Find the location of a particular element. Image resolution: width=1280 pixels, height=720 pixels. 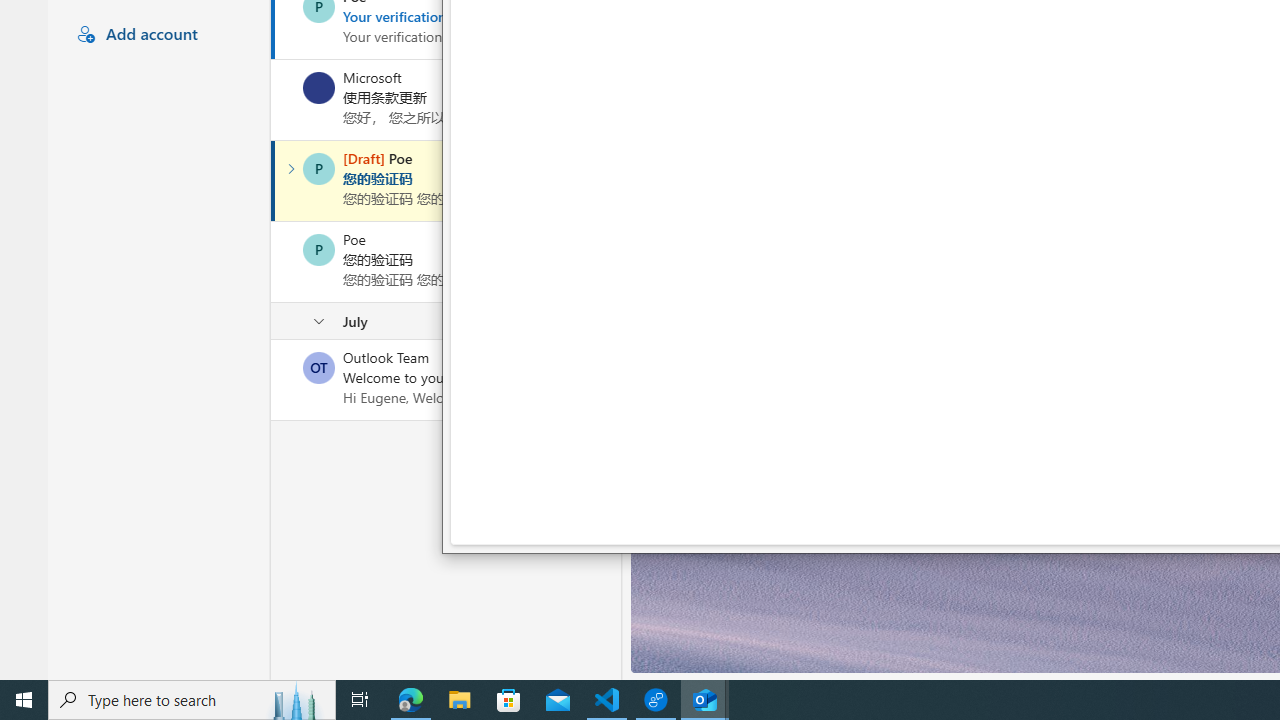

'Microsoft' is located at coordinates (318, 86).